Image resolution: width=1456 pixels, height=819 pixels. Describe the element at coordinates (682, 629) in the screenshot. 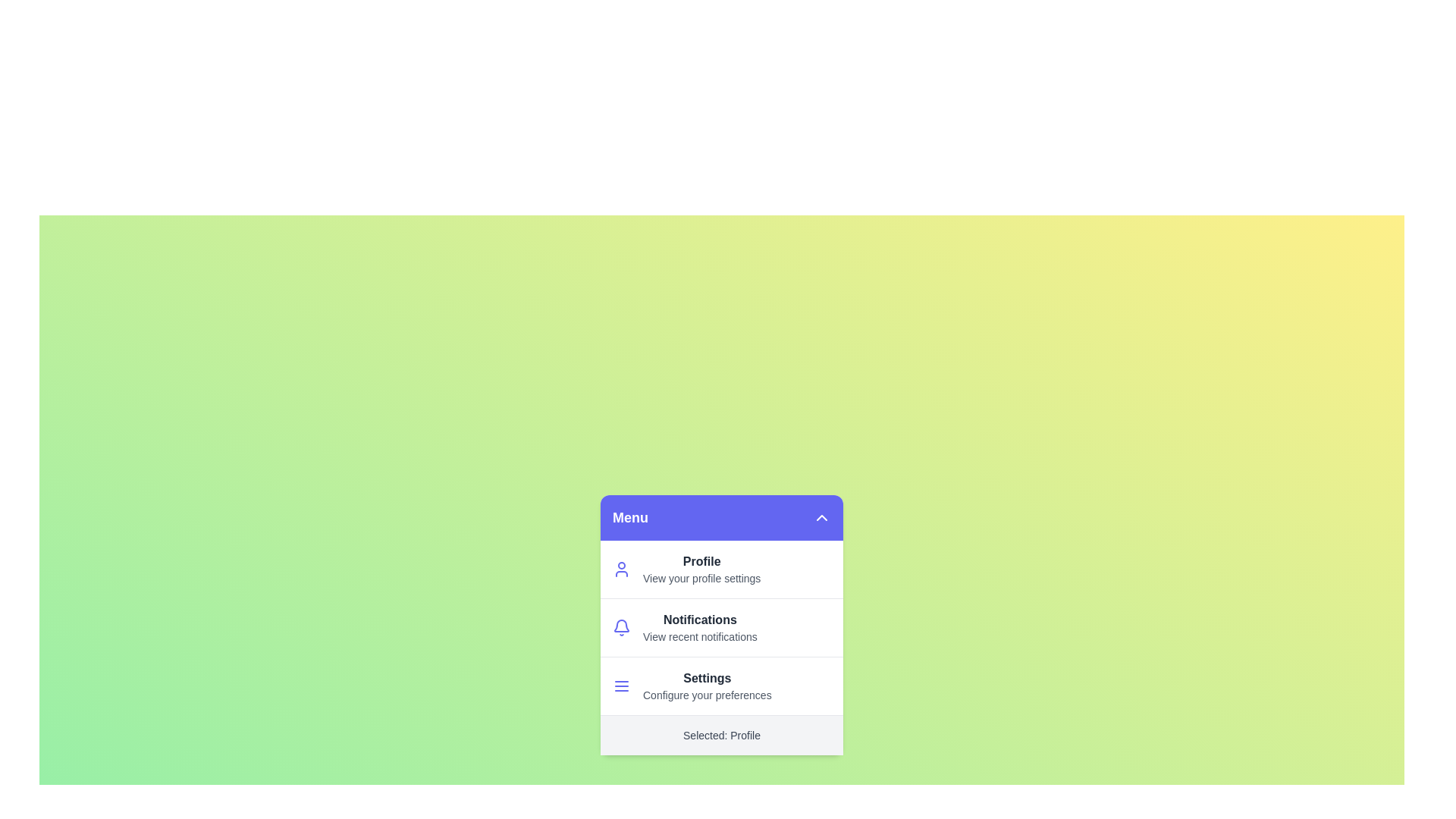

I see `the menu item labeled Notifications` at that location.